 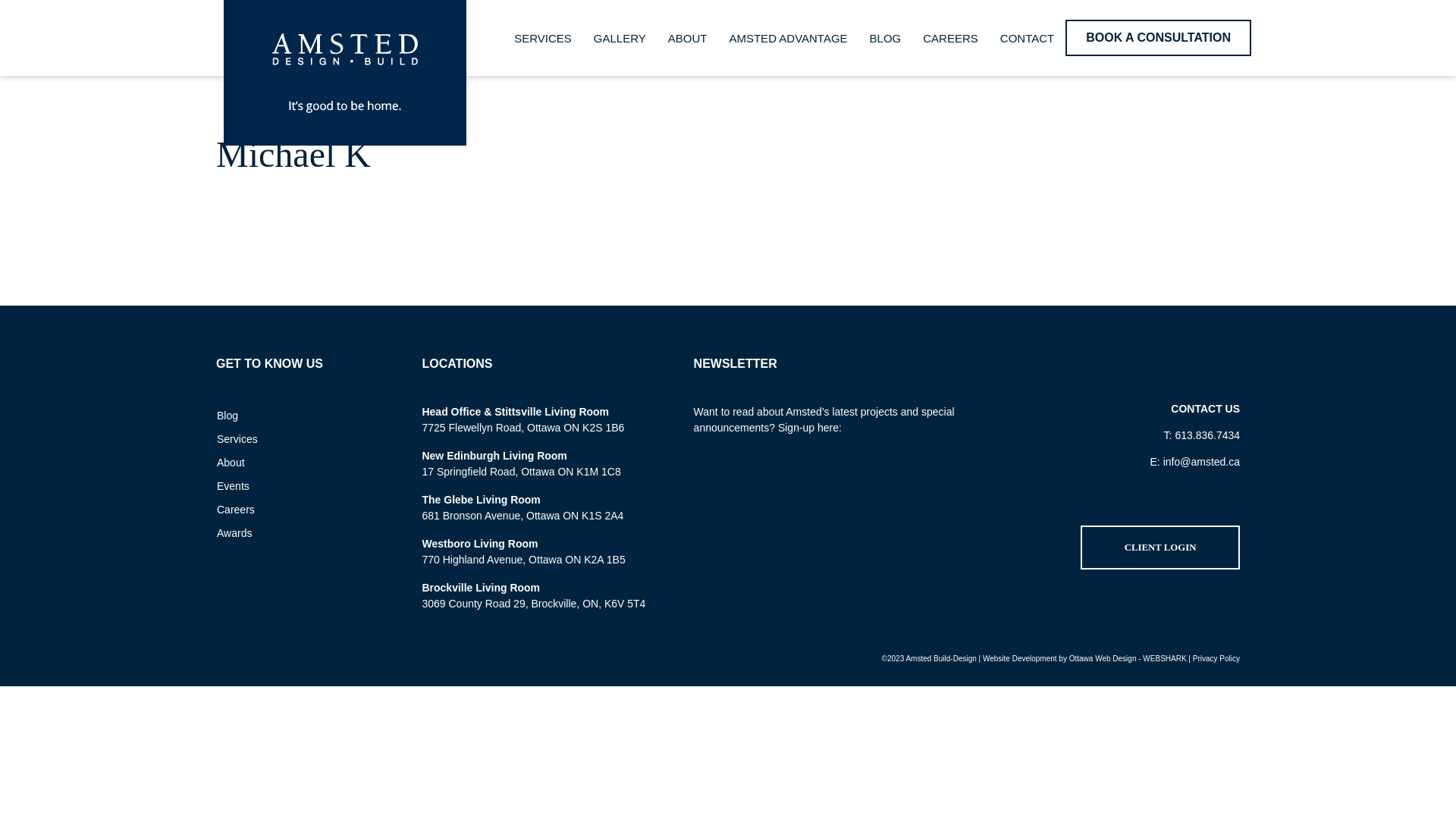 What do you see at coordinates (522, 514) in the screenshot?
I see `'681 Bronson Avenue, Ottawa ON K1S 2A4'` at bounding box center [522, 514].